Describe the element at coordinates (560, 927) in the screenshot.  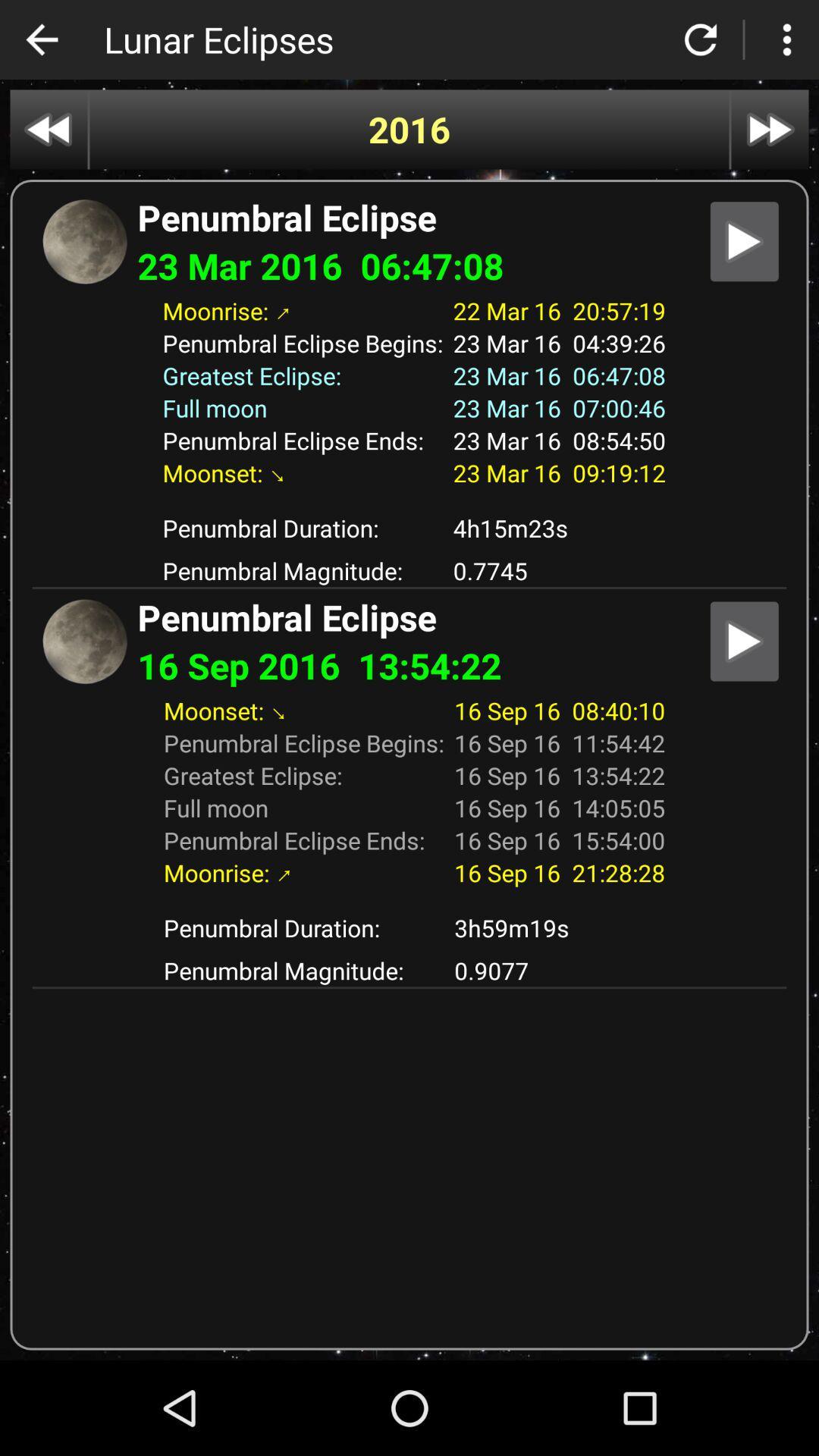
I see `the icon next to penumbral duration: app` at that location.